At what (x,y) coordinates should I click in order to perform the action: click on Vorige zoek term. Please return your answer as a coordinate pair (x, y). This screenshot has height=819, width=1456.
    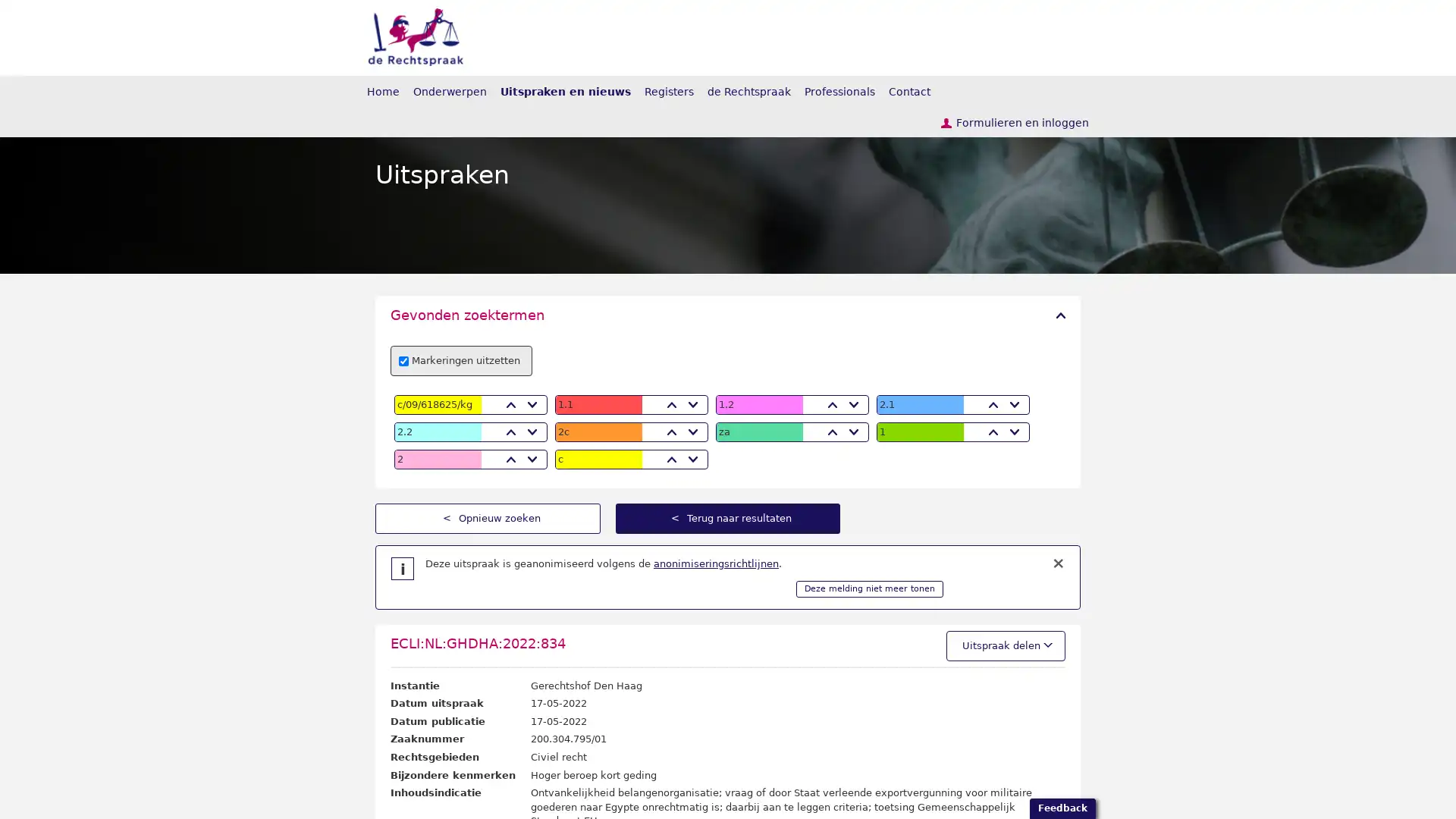
    Looking at the image, I should click on (832, 431).